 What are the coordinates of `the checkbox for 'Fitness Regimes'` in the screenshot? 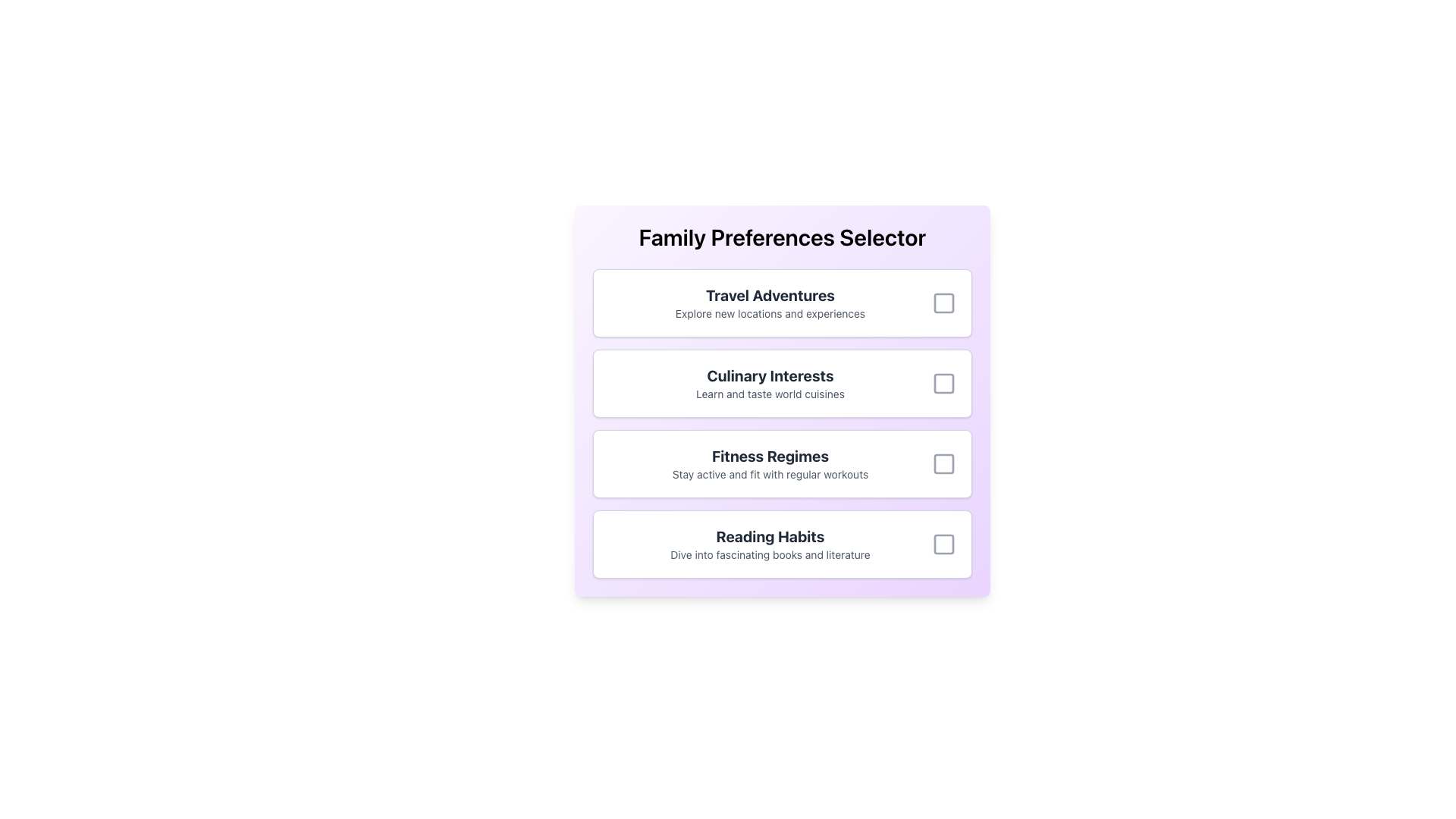 It's located at (943, 463).